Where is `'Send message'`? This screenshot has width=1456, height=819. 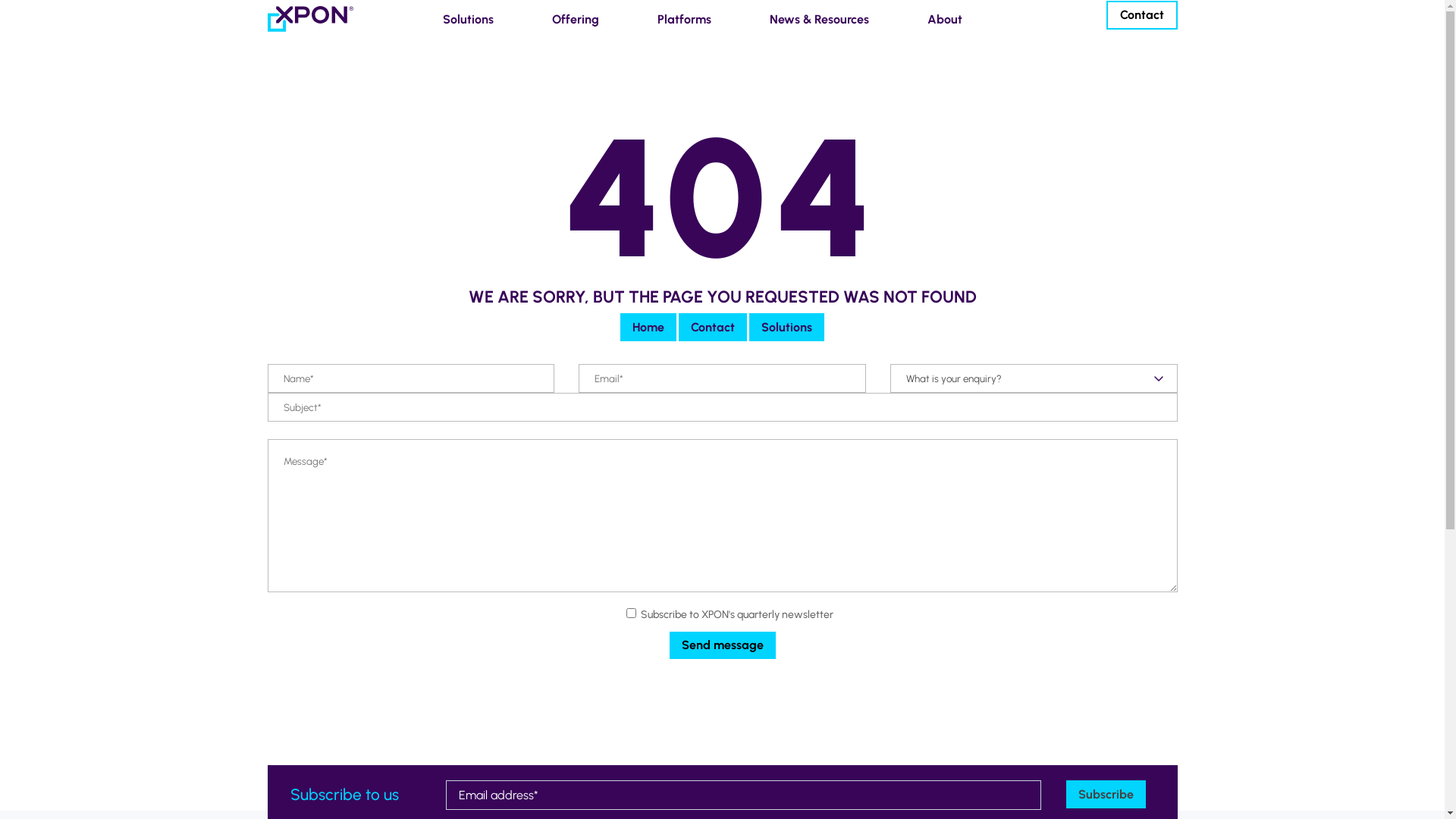
'Send message' is located at coordinates (720, 645).